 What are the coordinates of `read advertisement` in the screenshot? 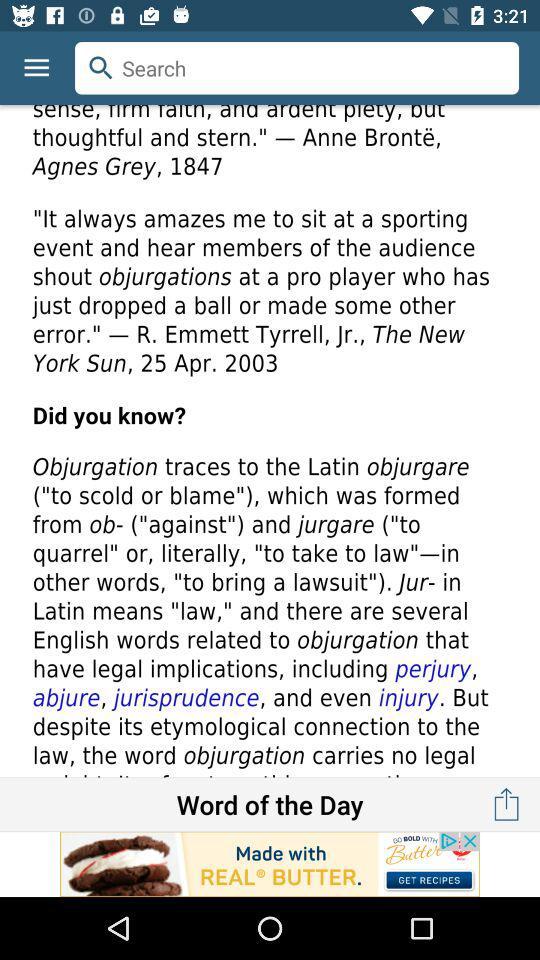 It's located at (270, 863).